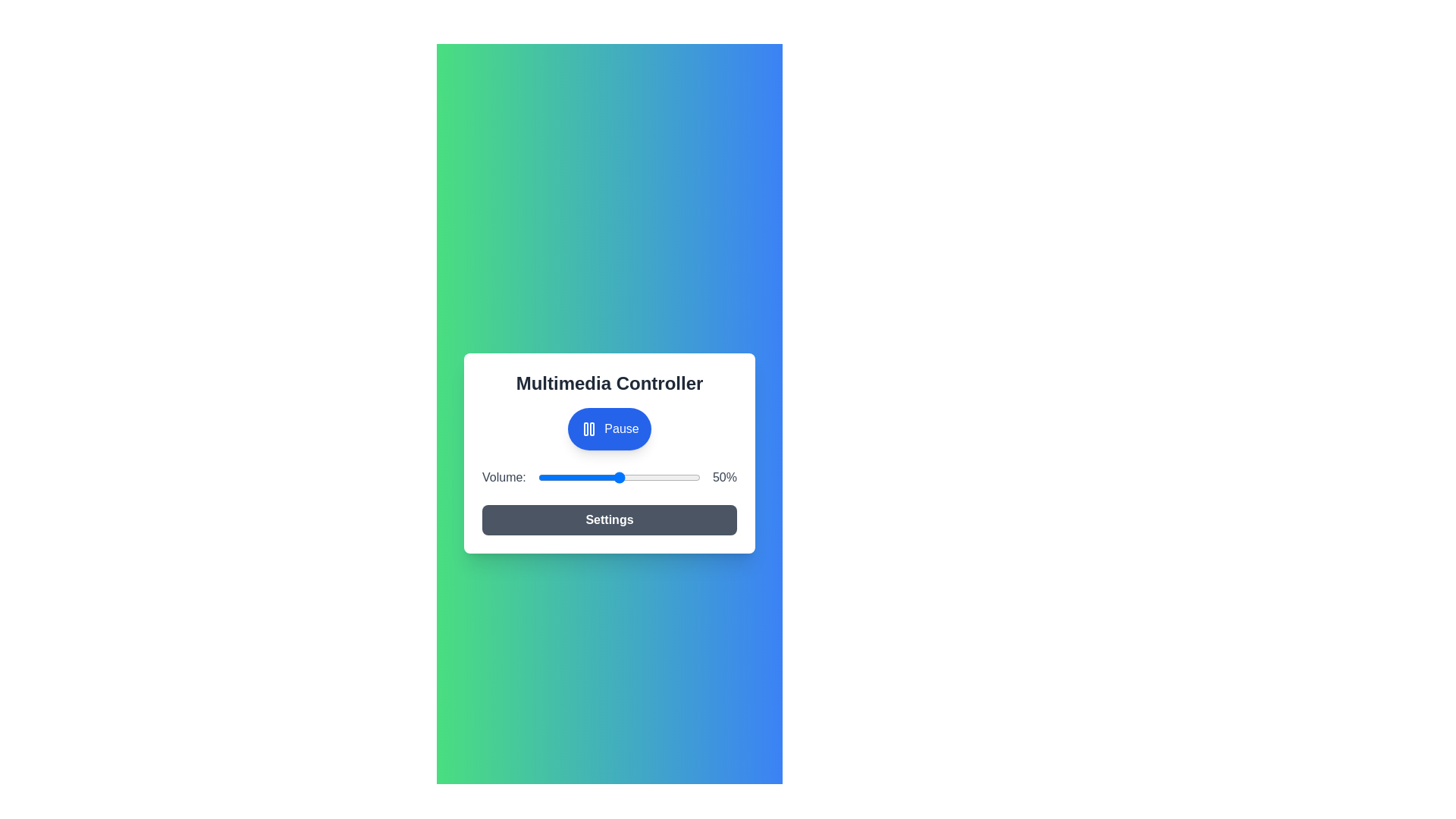  Describe the element at coordinates (610, 429) in the screenshot. I see `the blue, rounded 'Pause' button located in the multimedia controller interface` at that location.